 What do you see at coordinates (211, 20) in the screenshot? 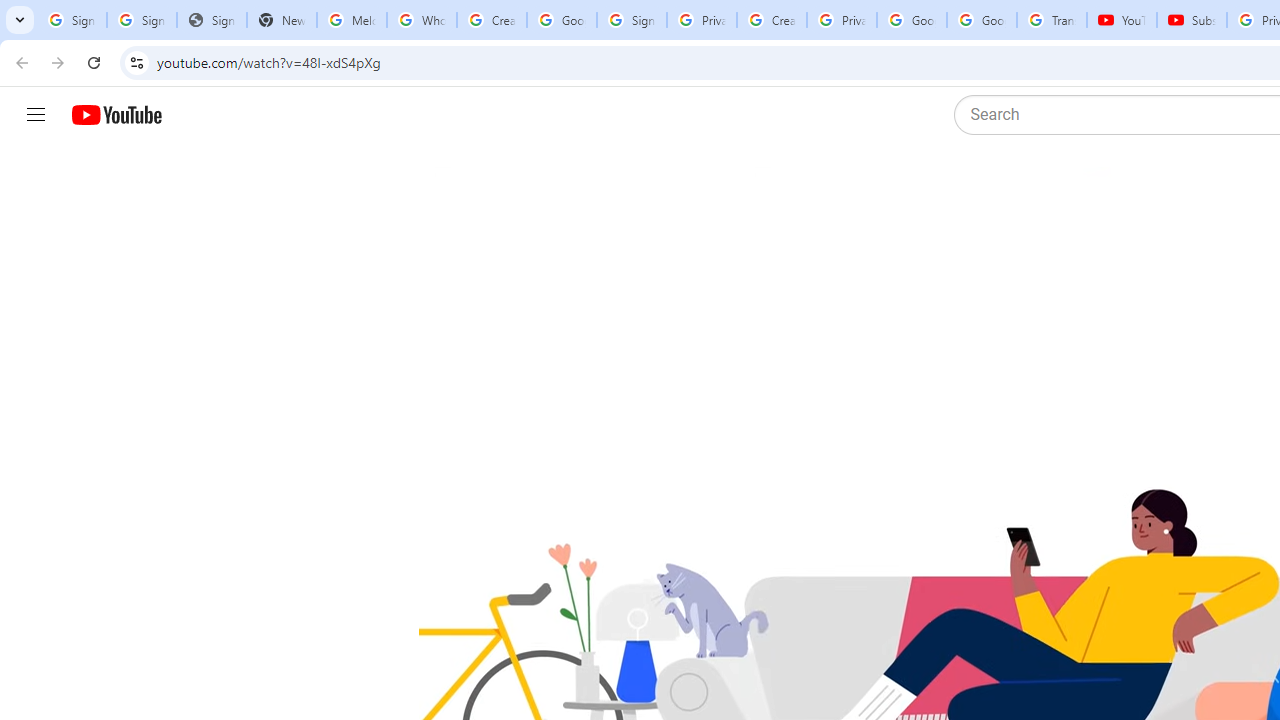
I see `'Sign In - USA TODAY'` at bounding box center [211, 20].